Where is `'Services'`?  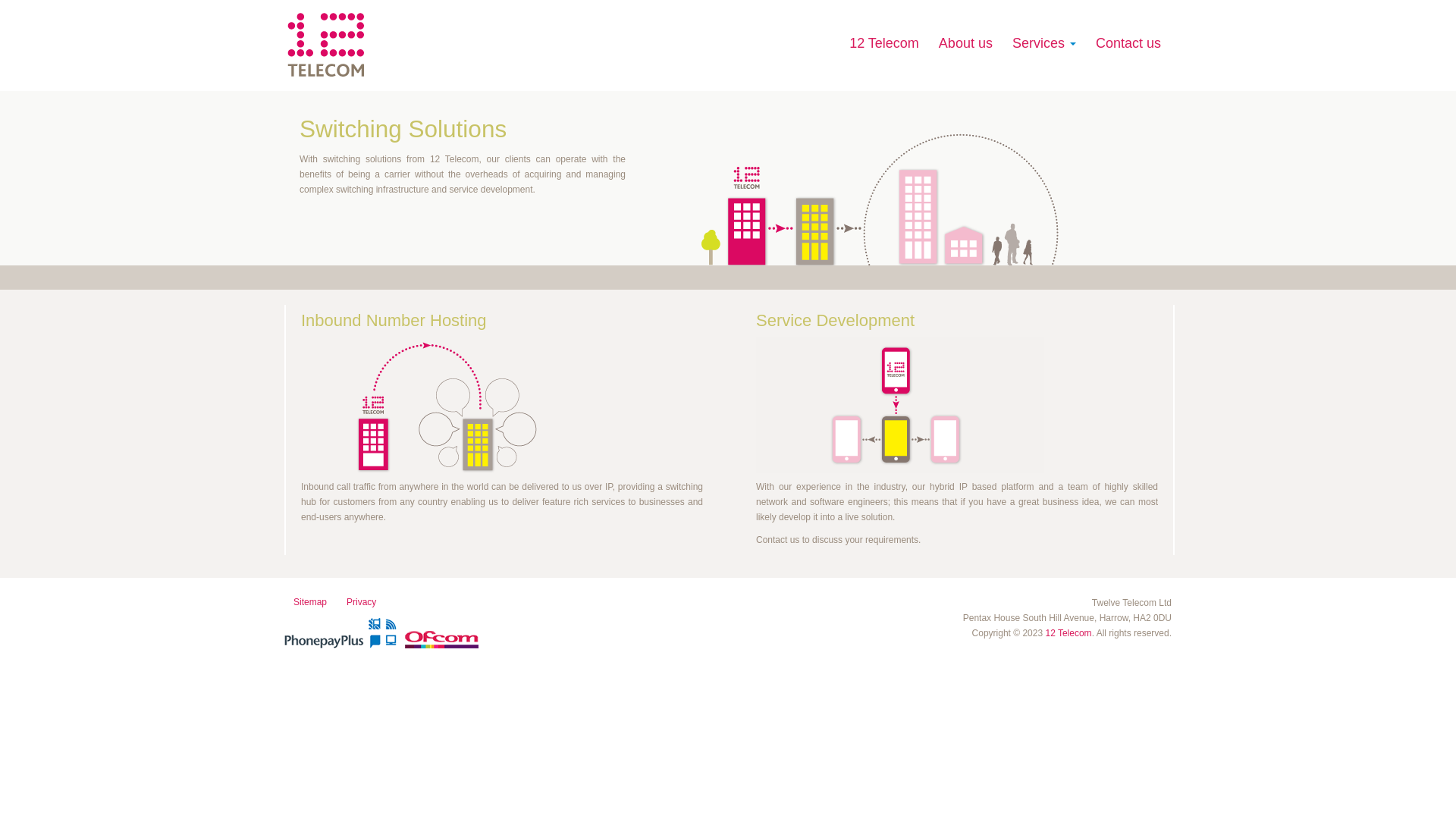 'Services' is located at coordinates (1003, 42).